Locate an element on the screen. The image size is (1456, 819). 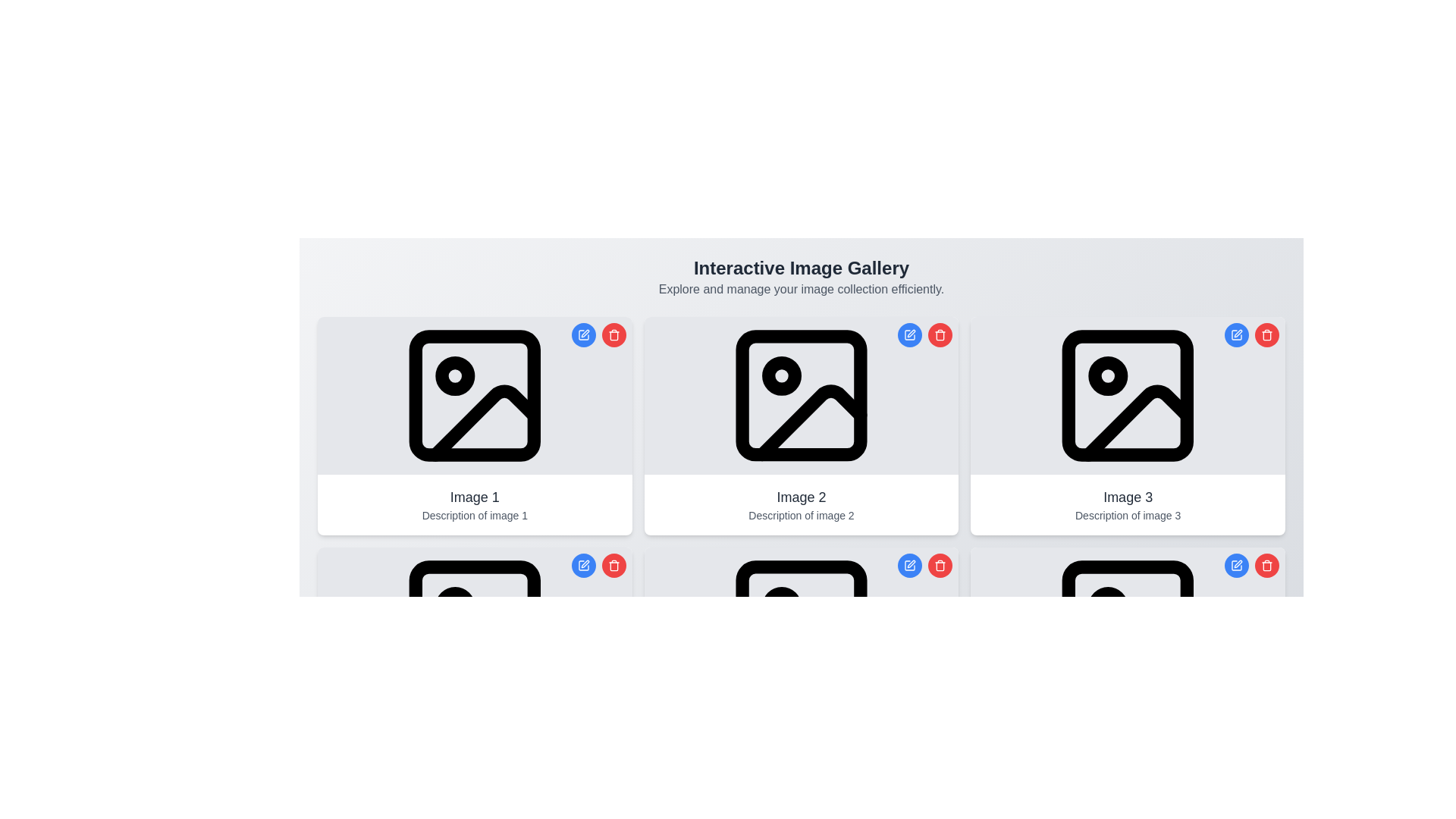
image placeholder located in the second card labeled 'Image 2' within the interactive gallery is located at coordinates (800, 394).